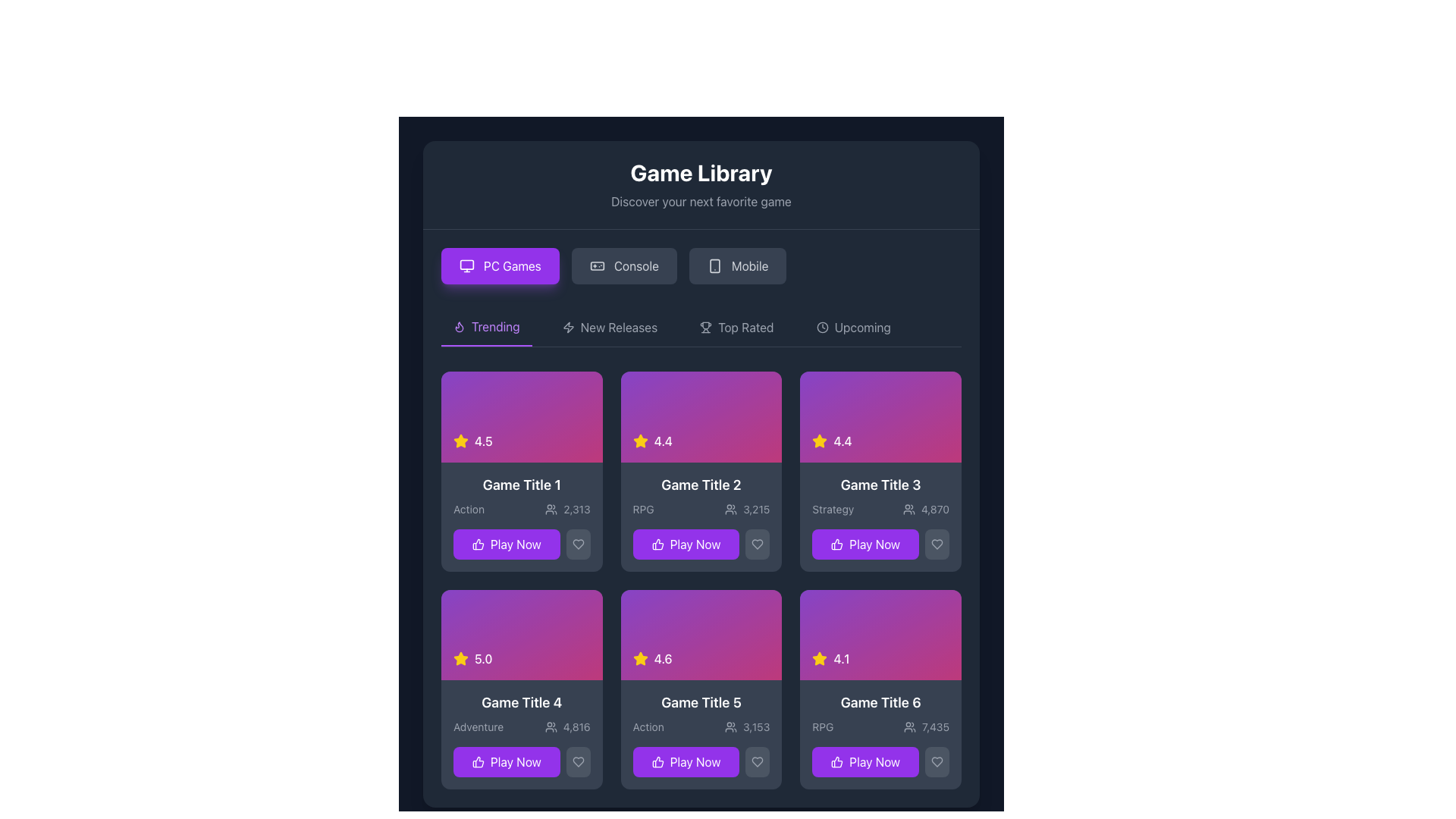 This screenshot has width=1456, height=819. What do you see at coordinates (619, 327) in the screenshot?
I see `the 'New Releases' text label in the game library navigation menu, which is located between the 'Trending' and 'Top Rated' tabs` at bounding box center [619, 327].